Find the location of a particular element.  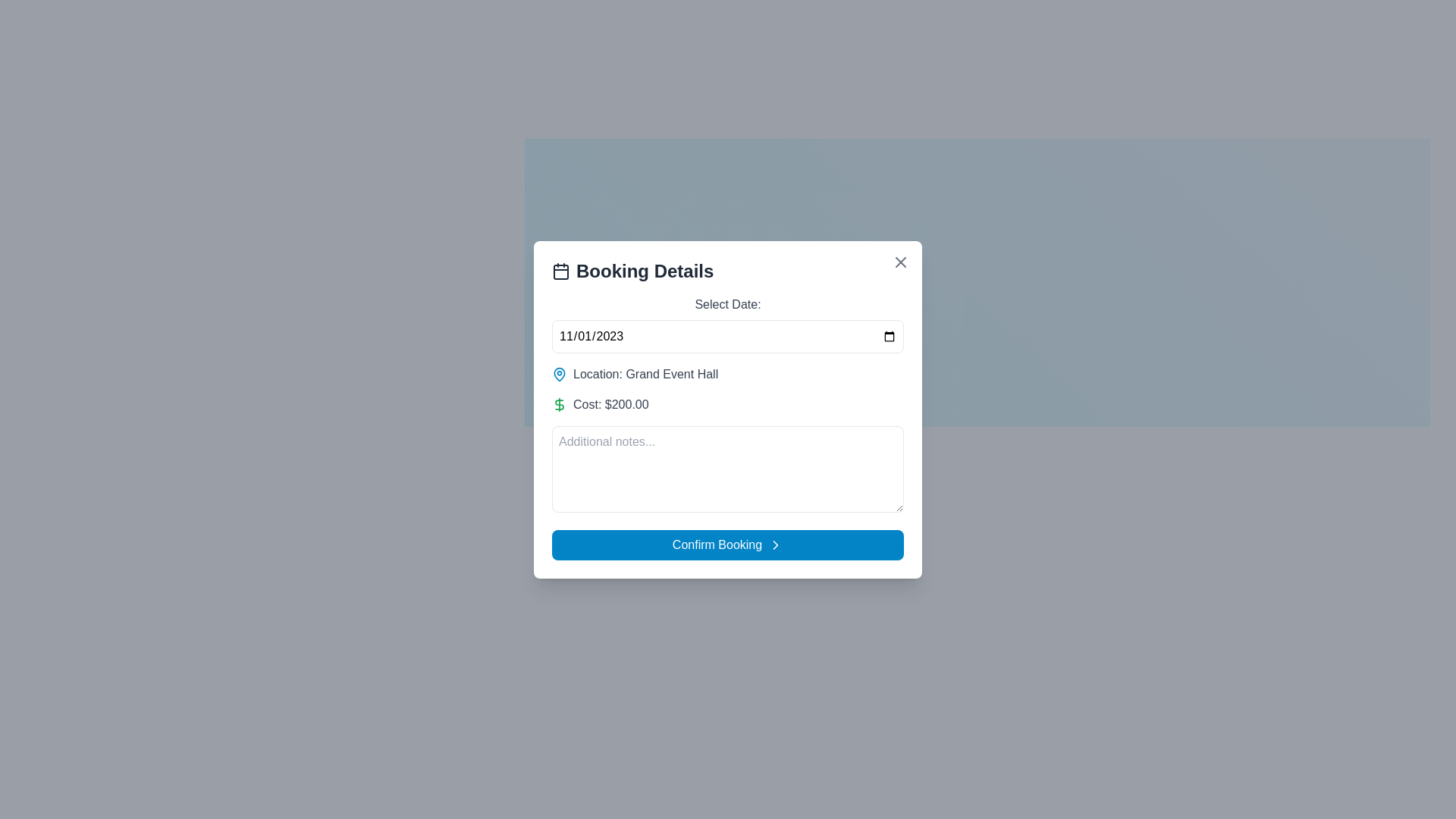

the Text Label that provides context for the date selection input field above the booking details form is located at coordinates (728, 304).